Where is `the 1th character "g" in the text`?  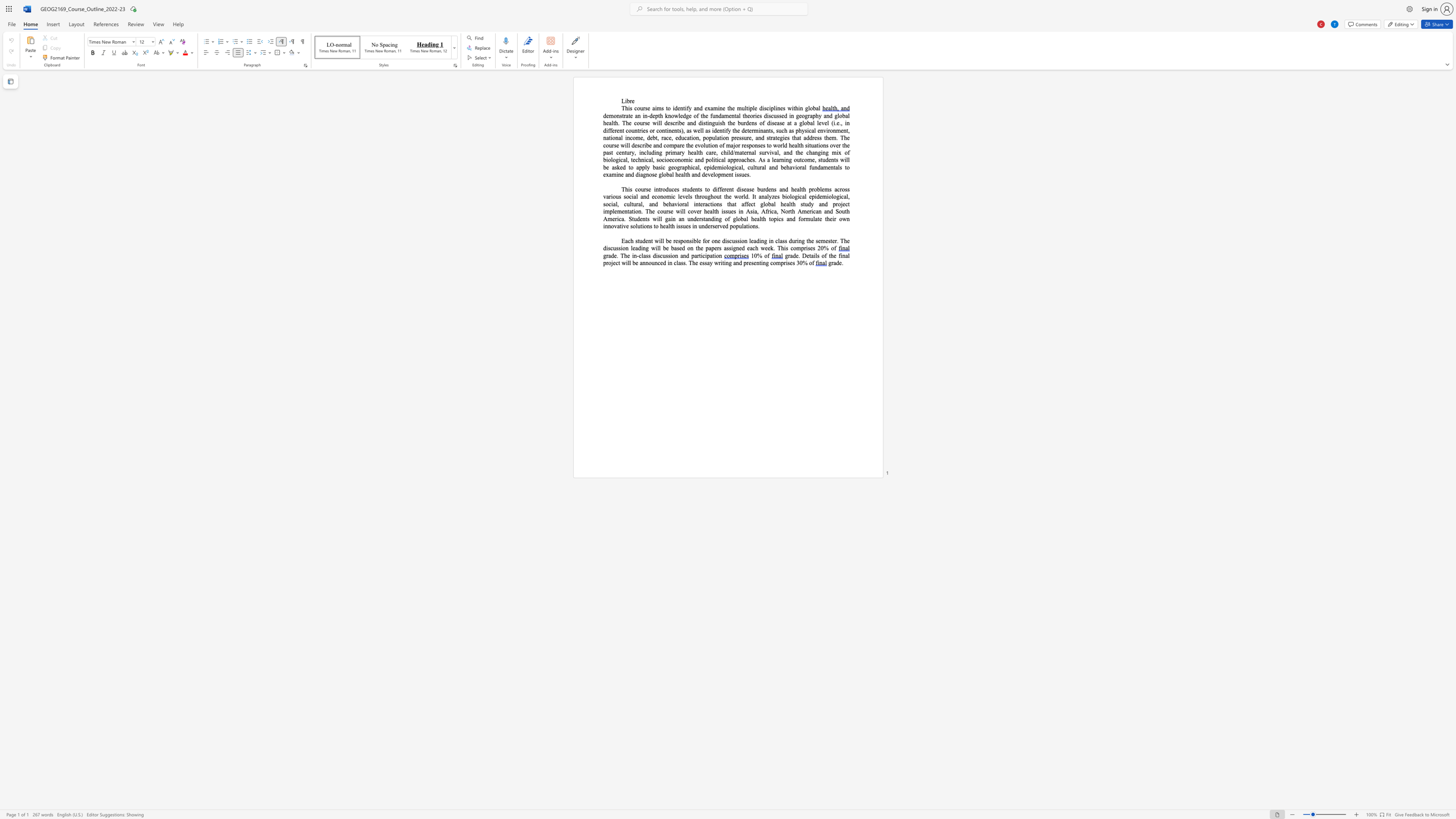 the 1th character "g" in the text is located at coordinates (790, 159).